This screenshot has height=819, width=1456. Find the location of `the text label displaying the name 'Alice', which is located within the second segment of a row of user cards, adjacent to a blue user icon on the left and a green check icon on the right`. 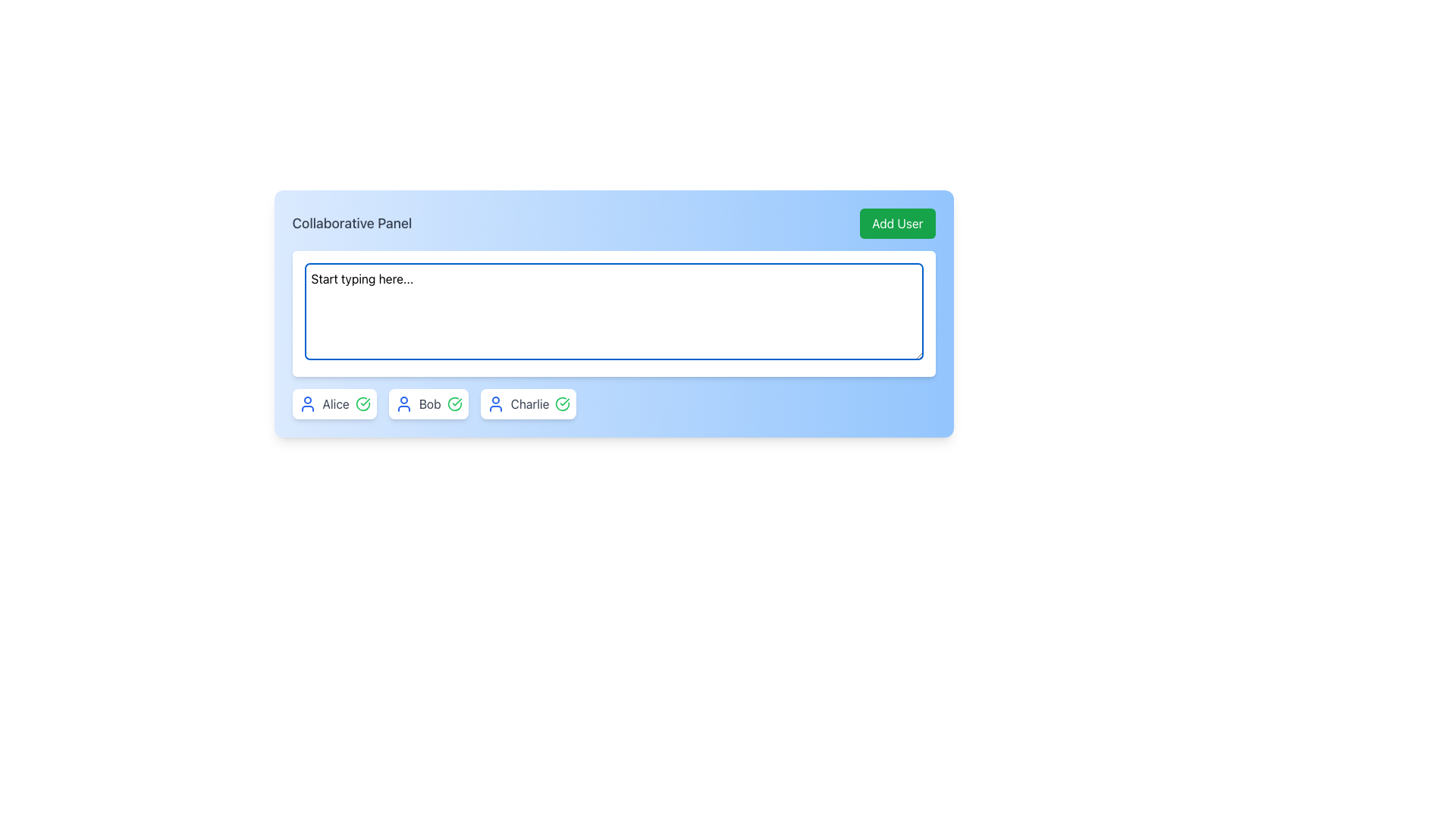

the text label displaying the name 'Alice', which is located within the second segment of a row of user cards, adjacent to a blue user icon on the left and a green check icon on the right is located at coordinates (335, 403).